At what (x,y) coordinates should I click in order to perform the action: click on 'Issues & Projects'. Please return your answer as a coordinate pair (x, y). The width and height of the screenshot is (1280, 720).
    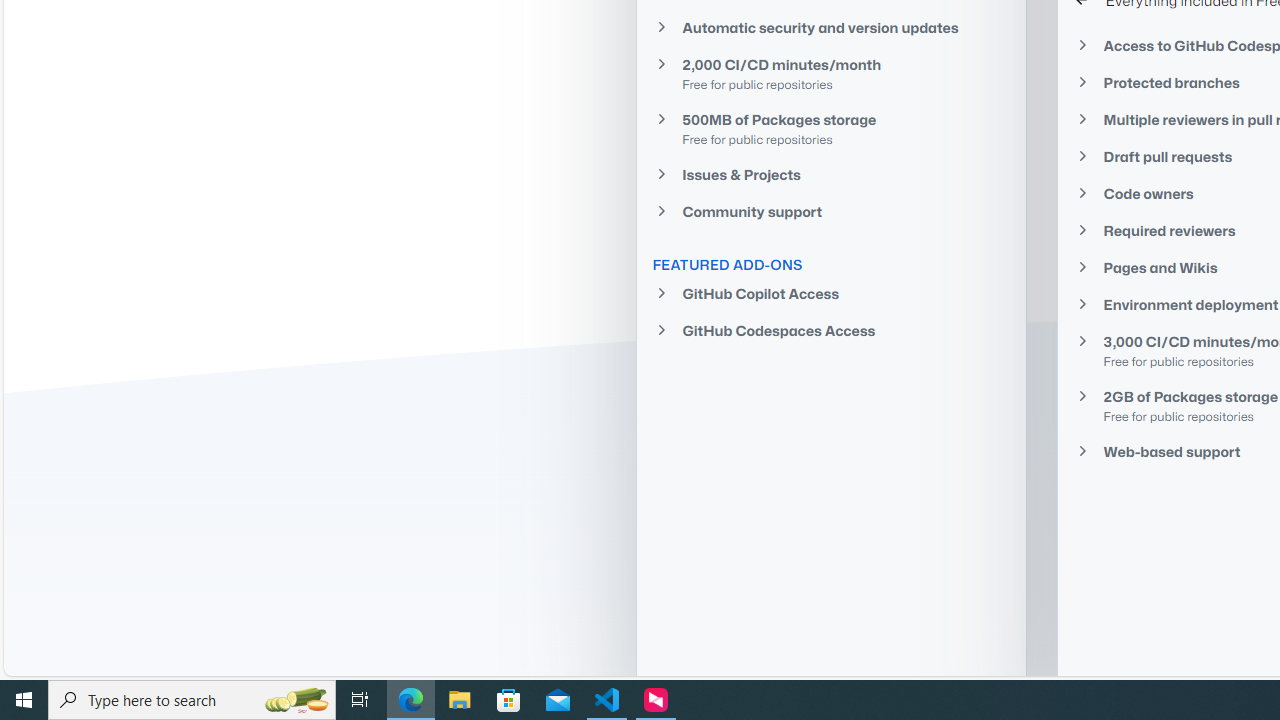
    Looking at the image, I should click on (830, 173).